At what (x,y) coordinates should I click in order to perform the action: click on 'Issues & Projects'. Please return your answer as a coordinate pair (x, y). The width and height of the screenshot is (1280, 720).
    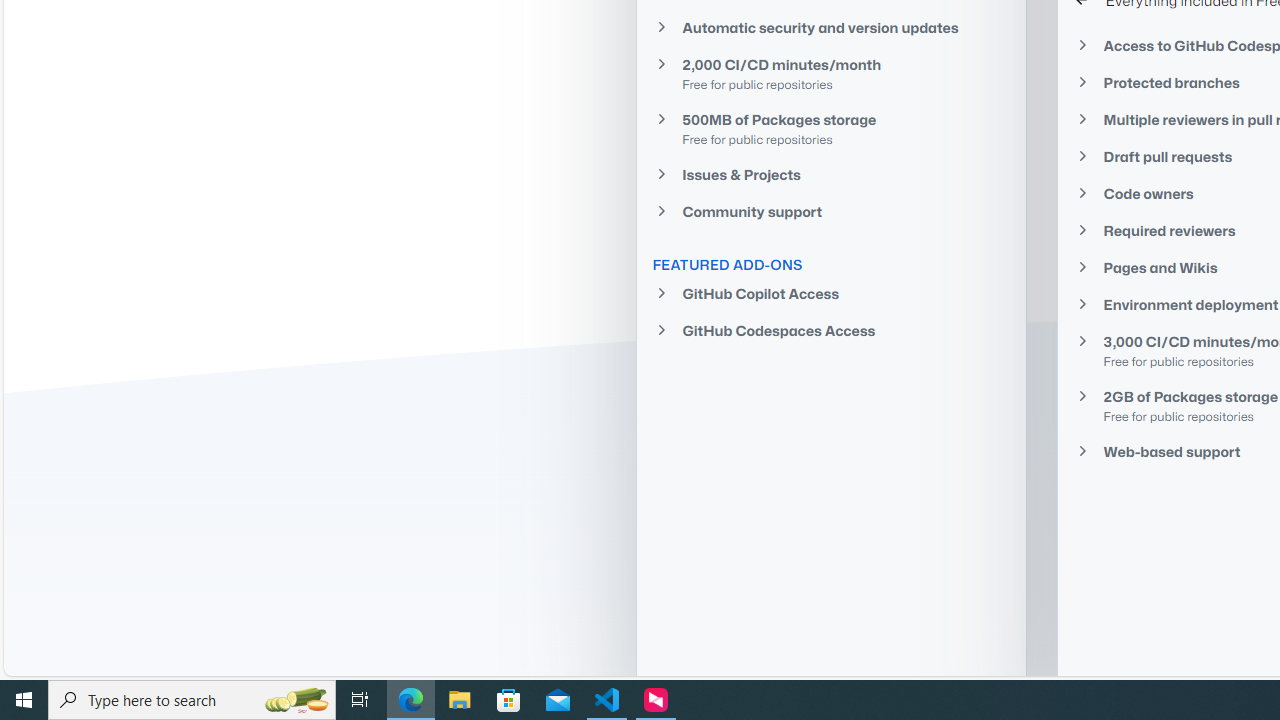
    Looking at the image, I should click on (830, 173).